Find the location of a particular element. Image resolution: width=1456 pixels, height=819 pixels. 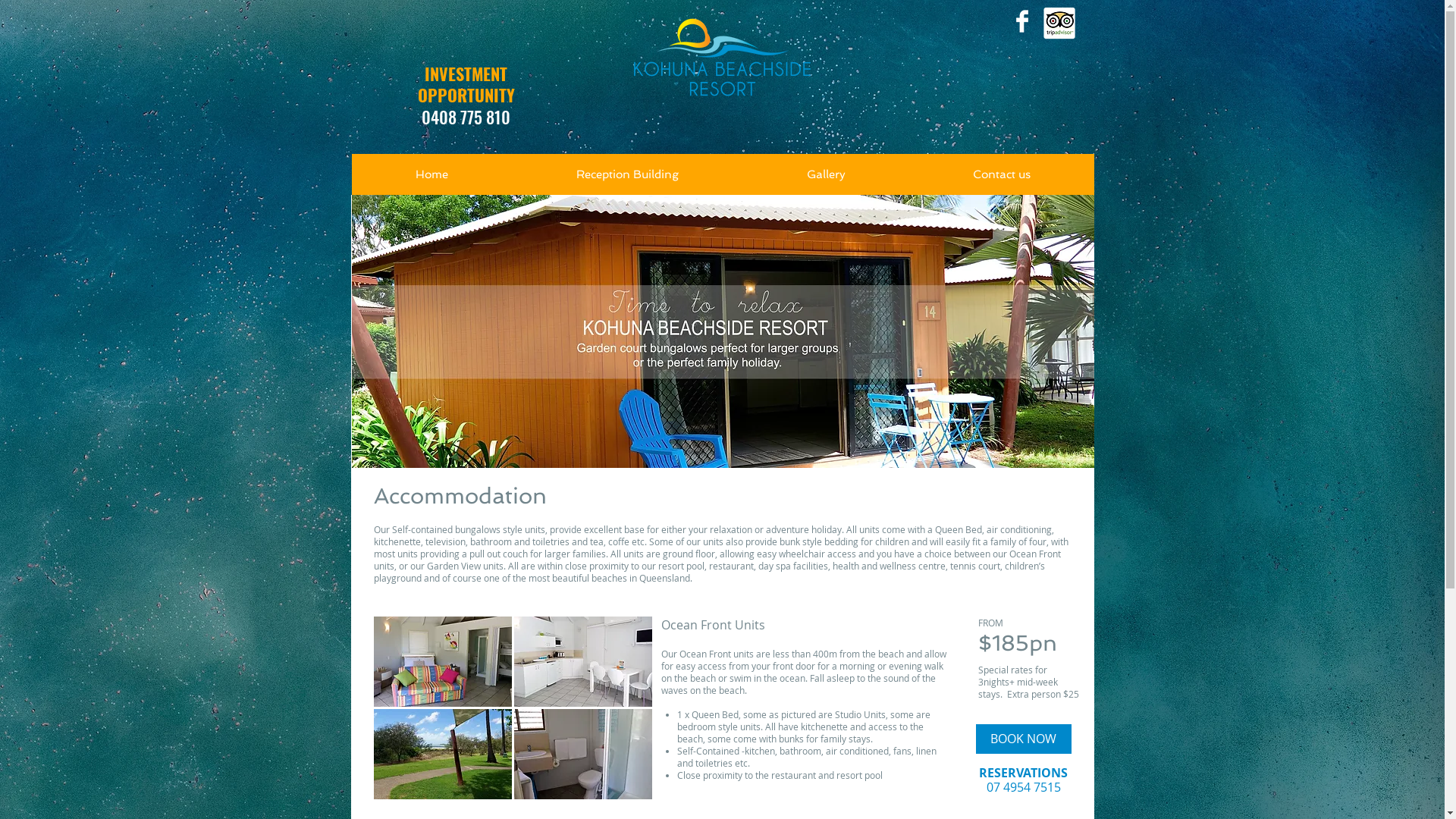

'Gallery' is located at coordinates (825, 178).